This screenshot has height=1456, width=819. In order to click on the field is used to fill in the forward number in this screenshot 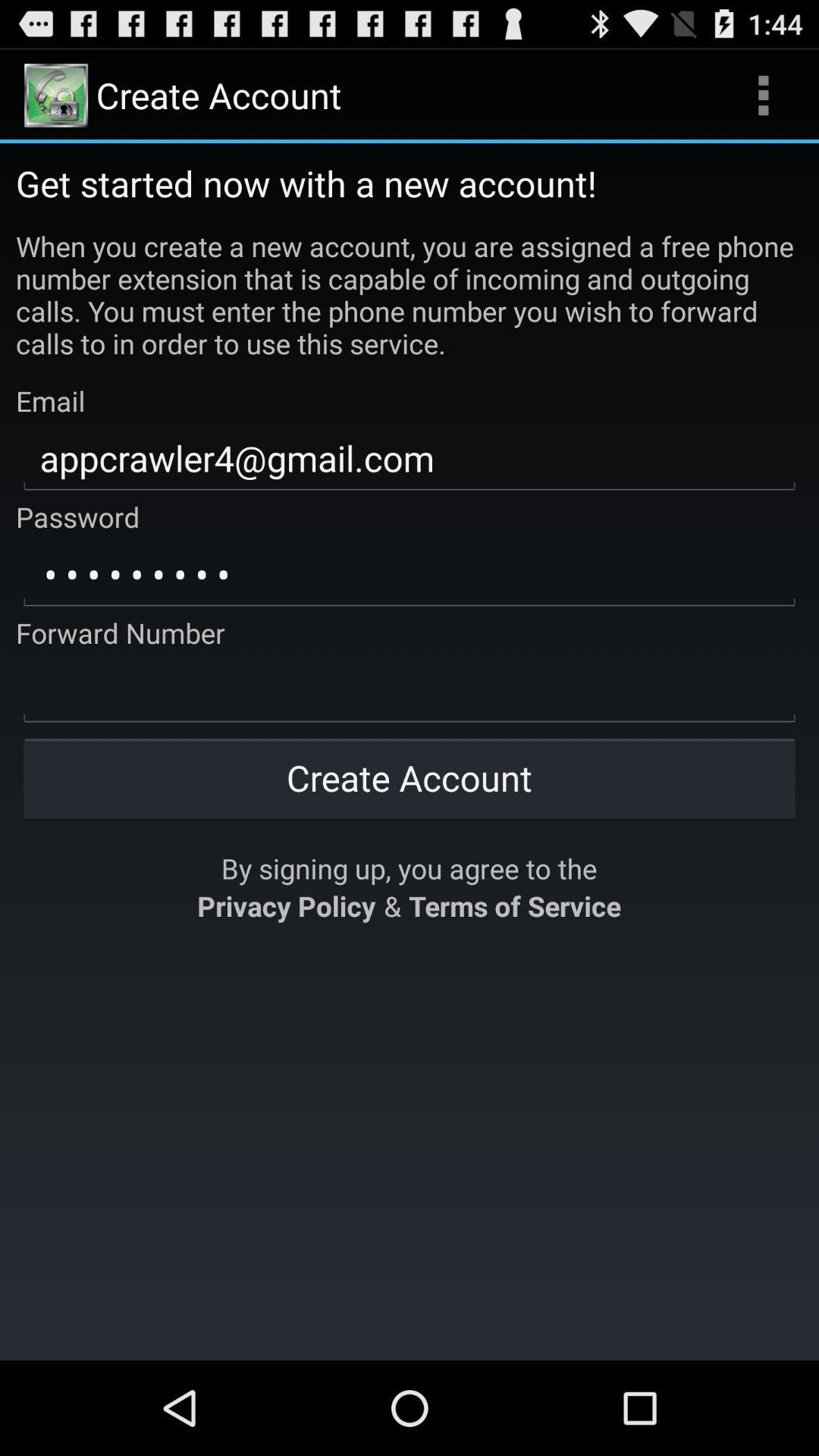, I will do `click(409, 690)`.